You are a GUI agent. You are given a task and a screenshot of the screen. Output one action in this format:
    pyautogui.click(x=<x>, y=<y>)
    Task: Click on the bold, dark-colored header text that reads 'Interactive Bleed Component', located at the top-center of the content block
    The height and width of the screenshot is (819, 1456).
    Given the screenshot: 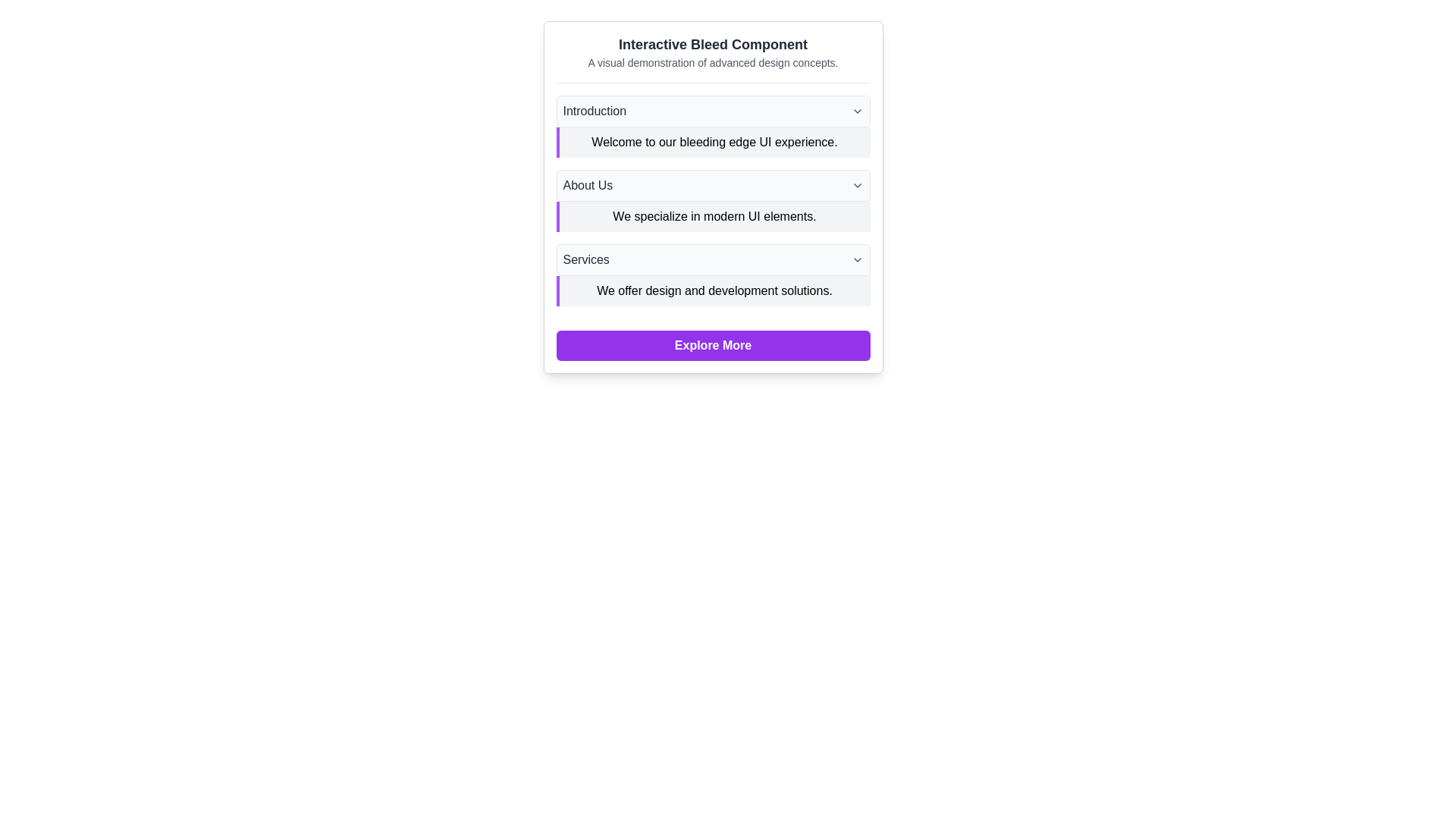 What is the action you would take?
    pyautogui.click(x=712, y=43)
    